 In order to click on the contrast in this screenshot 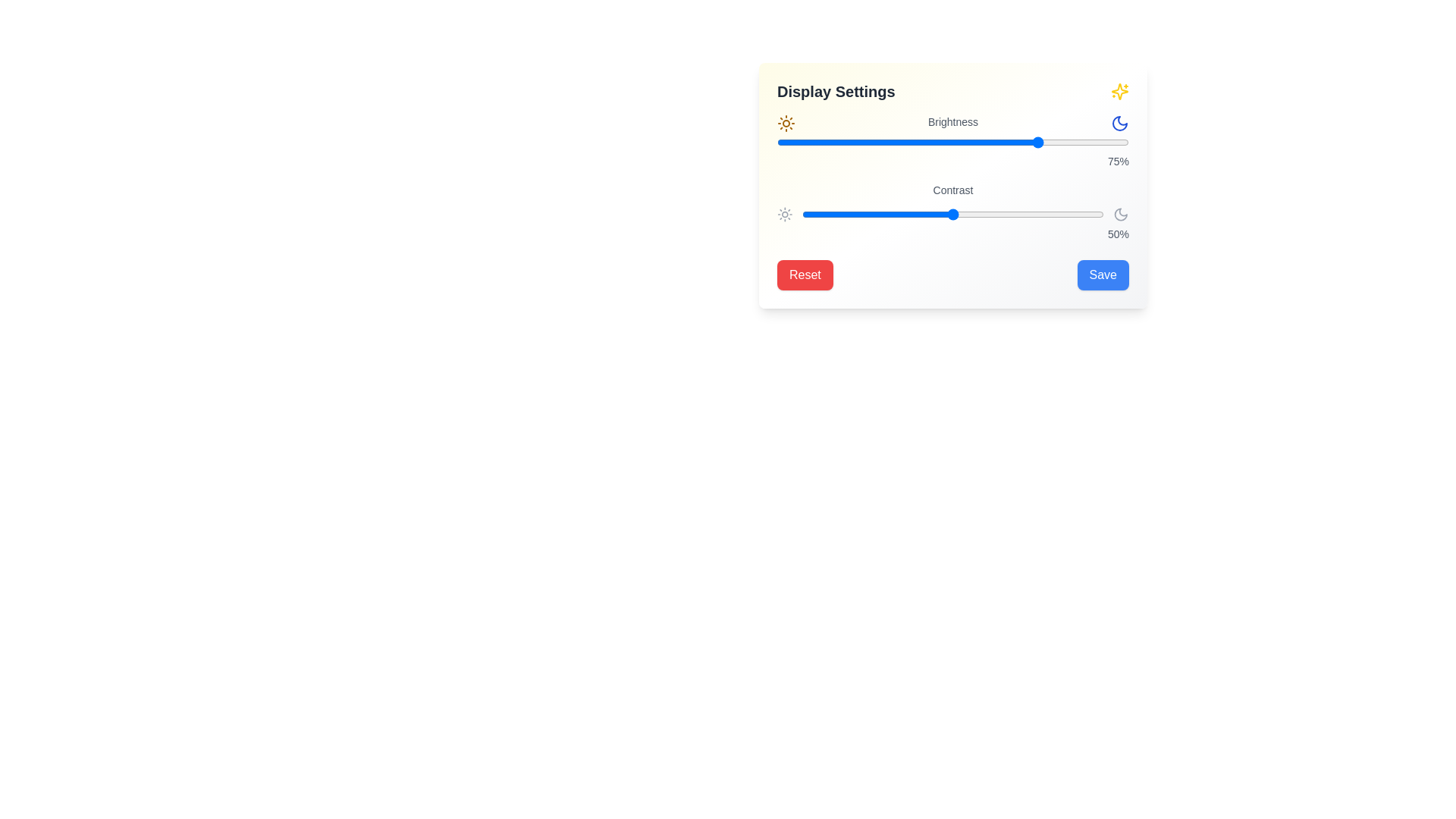, I will do `click(877, 214)`.